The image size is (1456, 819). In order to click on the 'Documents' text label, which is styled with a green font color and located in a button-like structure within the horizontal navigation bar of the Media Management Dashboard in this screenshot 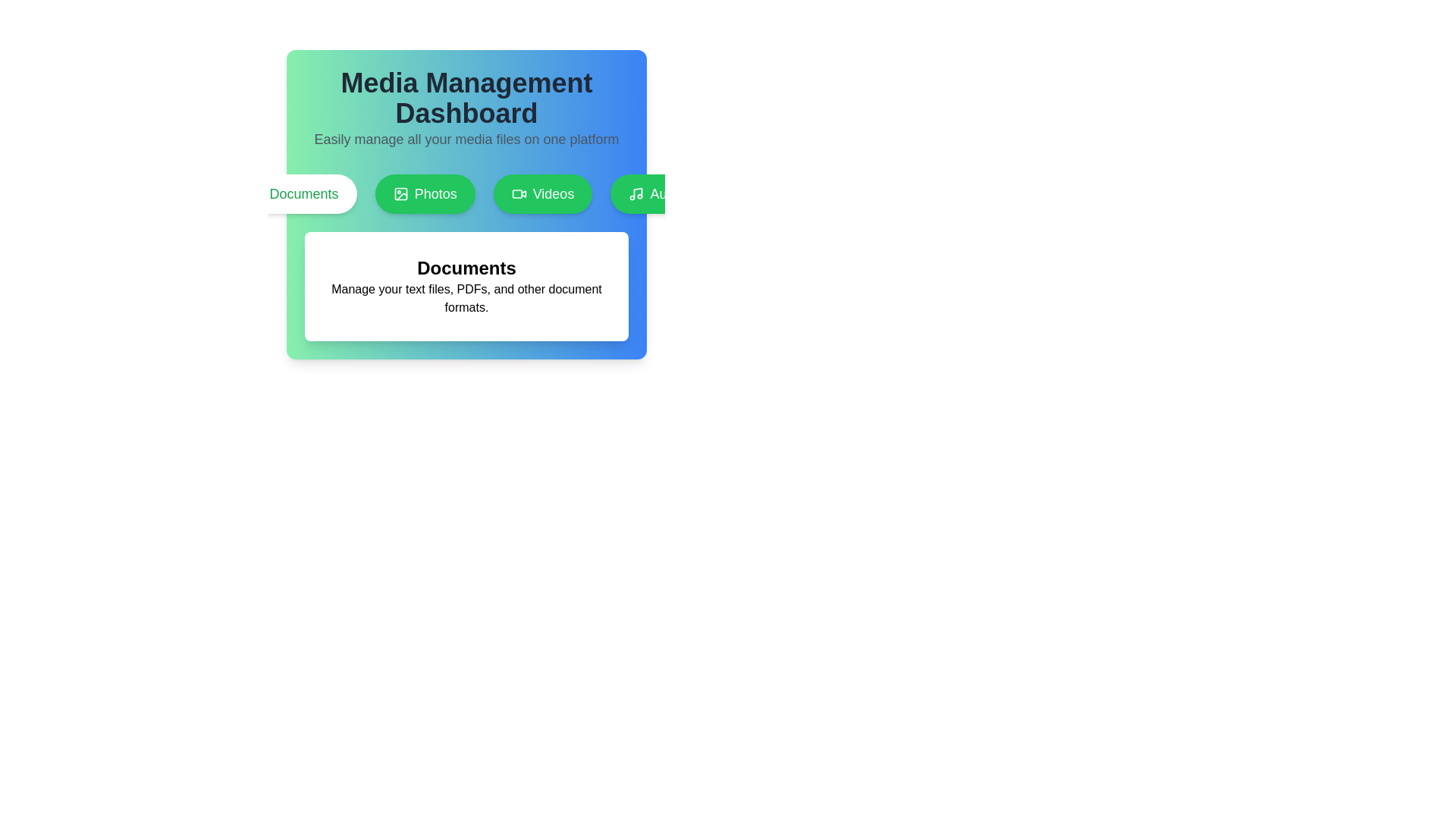, I will do `click(303, 193)`.